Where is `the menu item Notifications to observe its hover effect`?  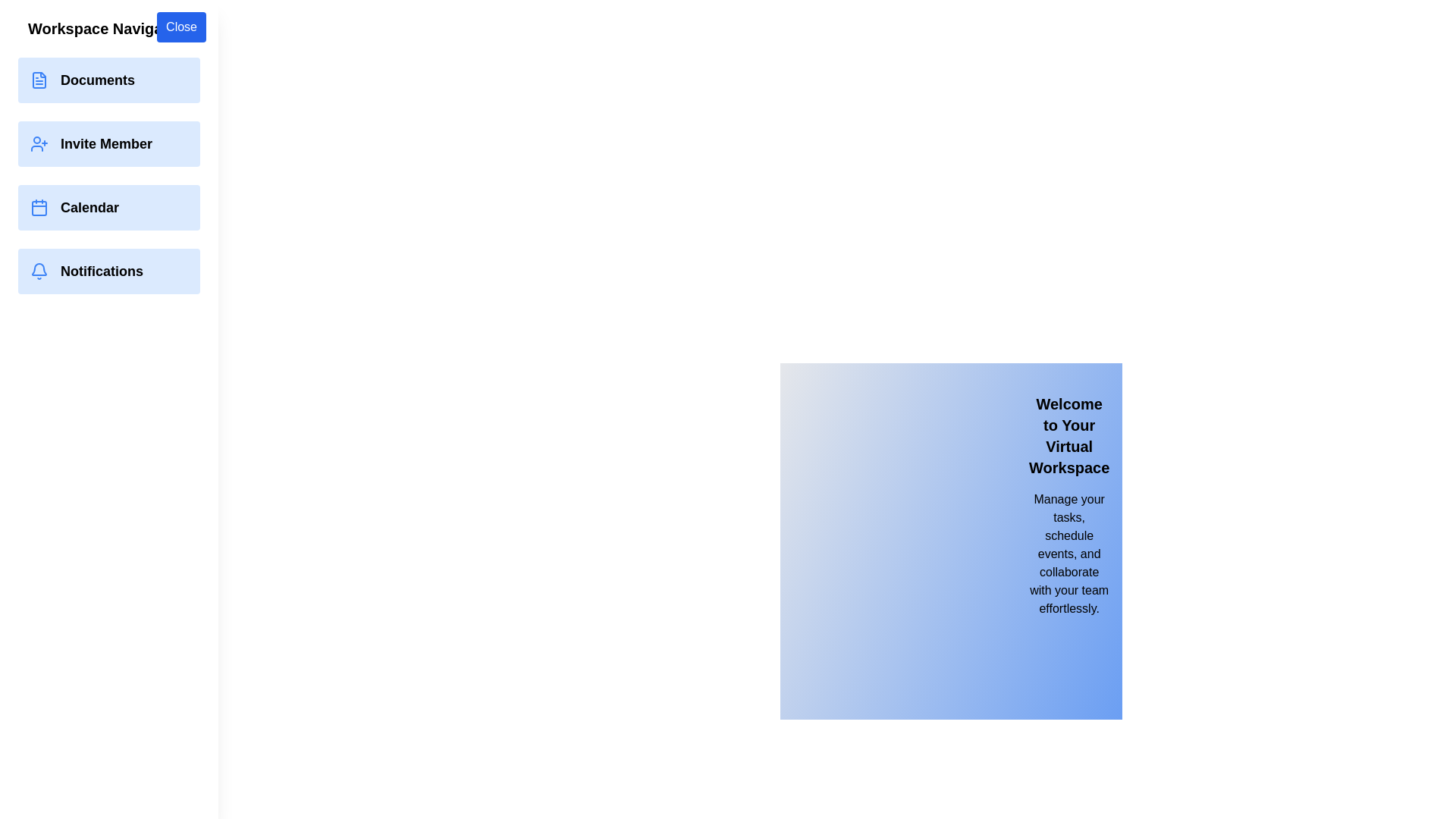
the menu item Notifications to observe its hover effect is located at coordinates (108, 271).